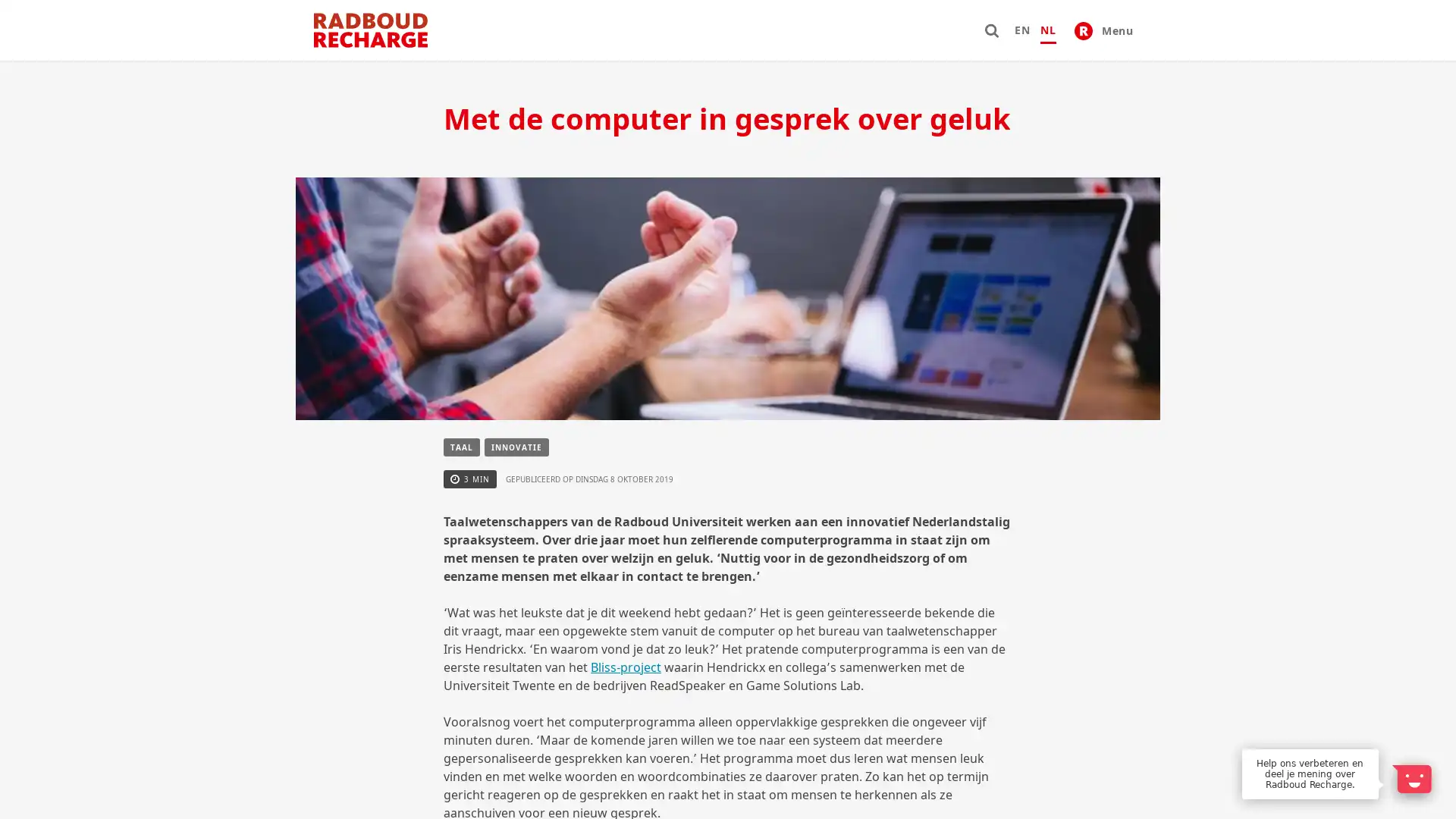  I want to click on Dismiss Message, so click(1376, 749).